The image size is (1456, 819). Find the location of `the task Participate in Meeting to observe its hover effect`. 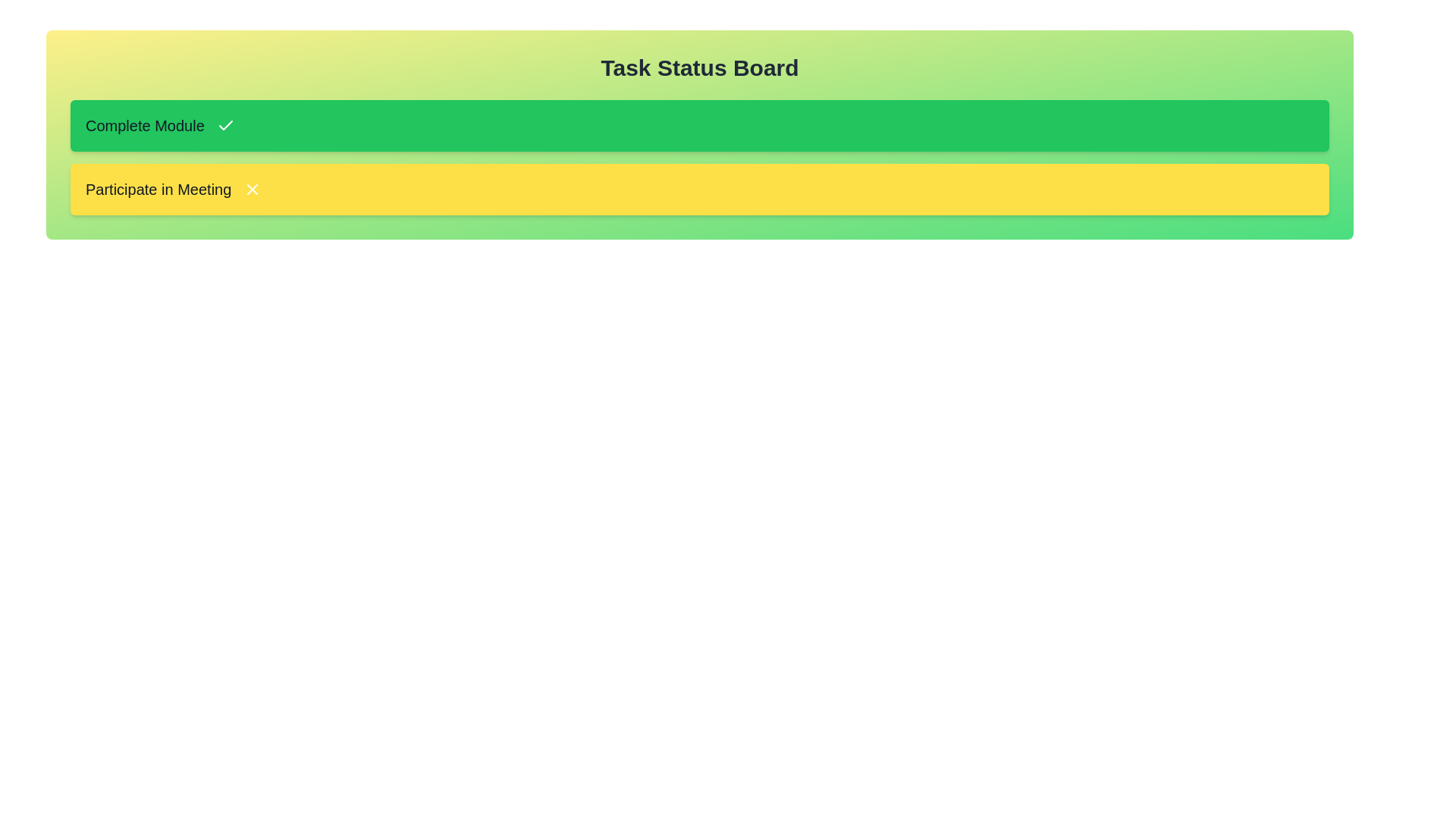

the task Participate in Meeting to observe its hover effect is located at coordinates (698, 189).